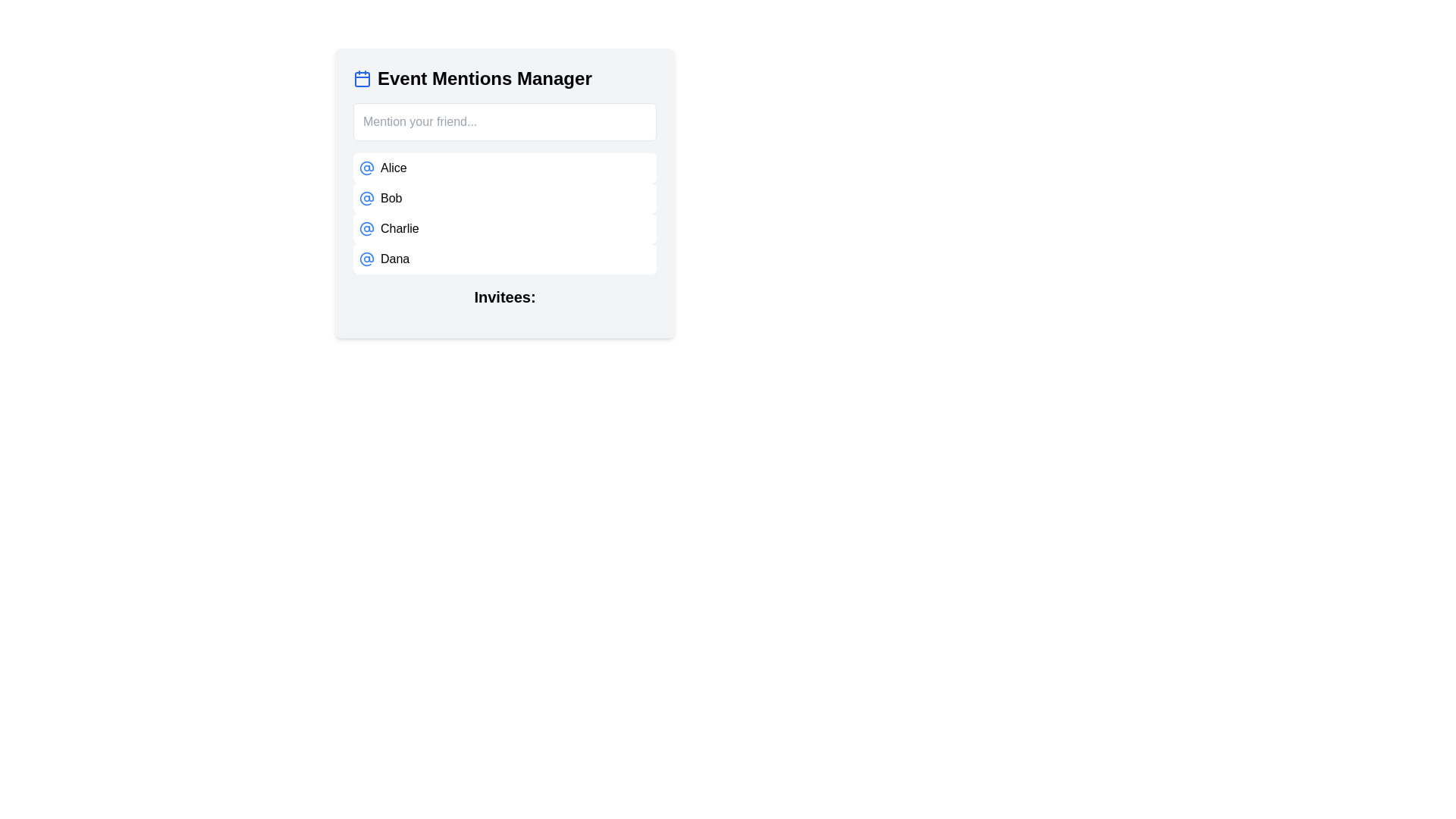 This screenshot has height=819, width=1456. What do you see at coordinates (505, 303) in the screenshot?
I see `the text label displaying 'Invitees:' in bold, located near the bottom of the 'Event Mentions Manager' card section` at bounding box center [505, 303].